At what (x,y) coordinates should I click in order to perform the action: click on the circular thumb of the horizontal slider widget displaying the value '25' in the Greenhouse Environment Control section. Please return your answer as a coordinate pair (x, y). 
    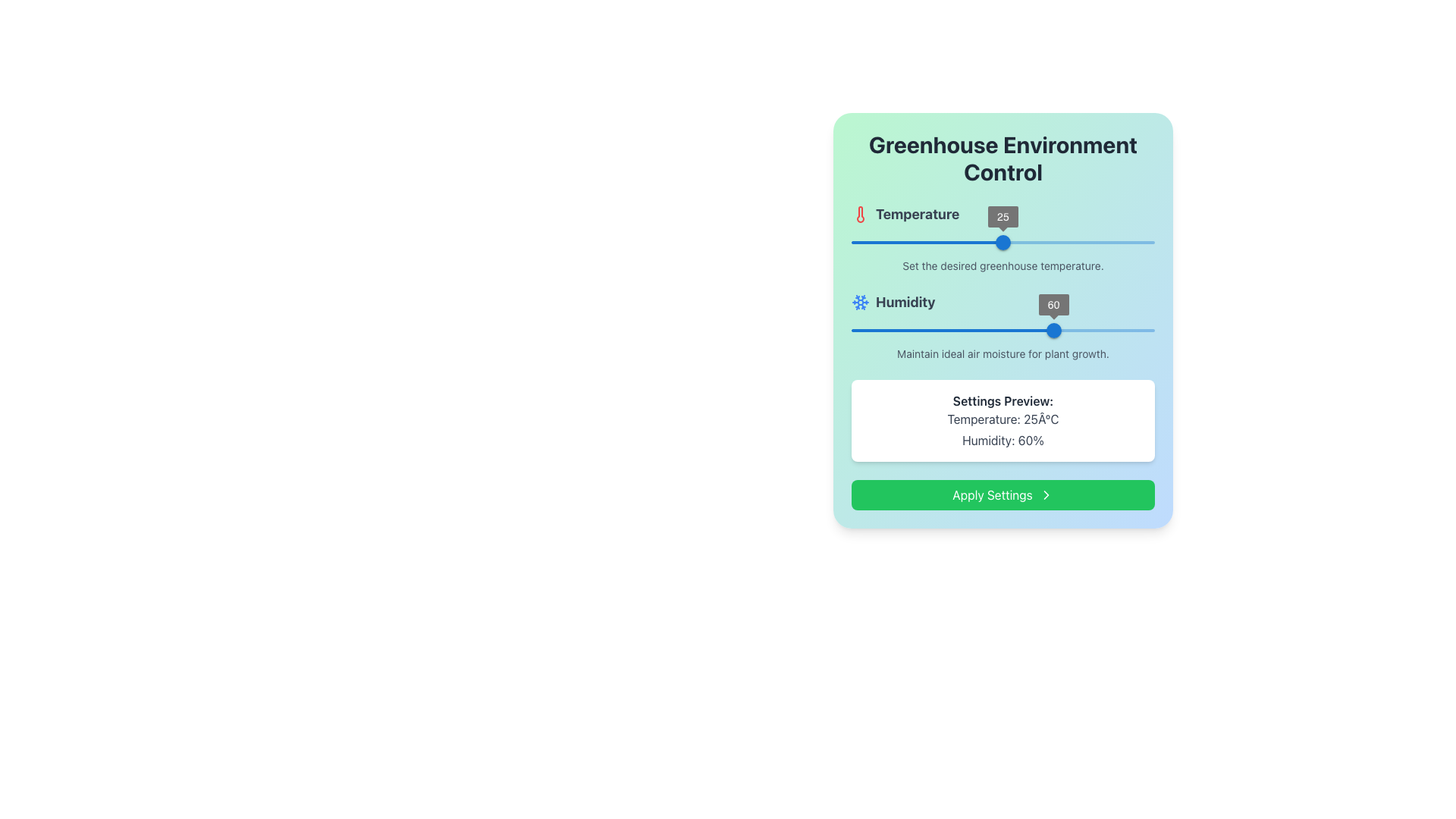
    Looking at the image, I should click on (1003, 242).